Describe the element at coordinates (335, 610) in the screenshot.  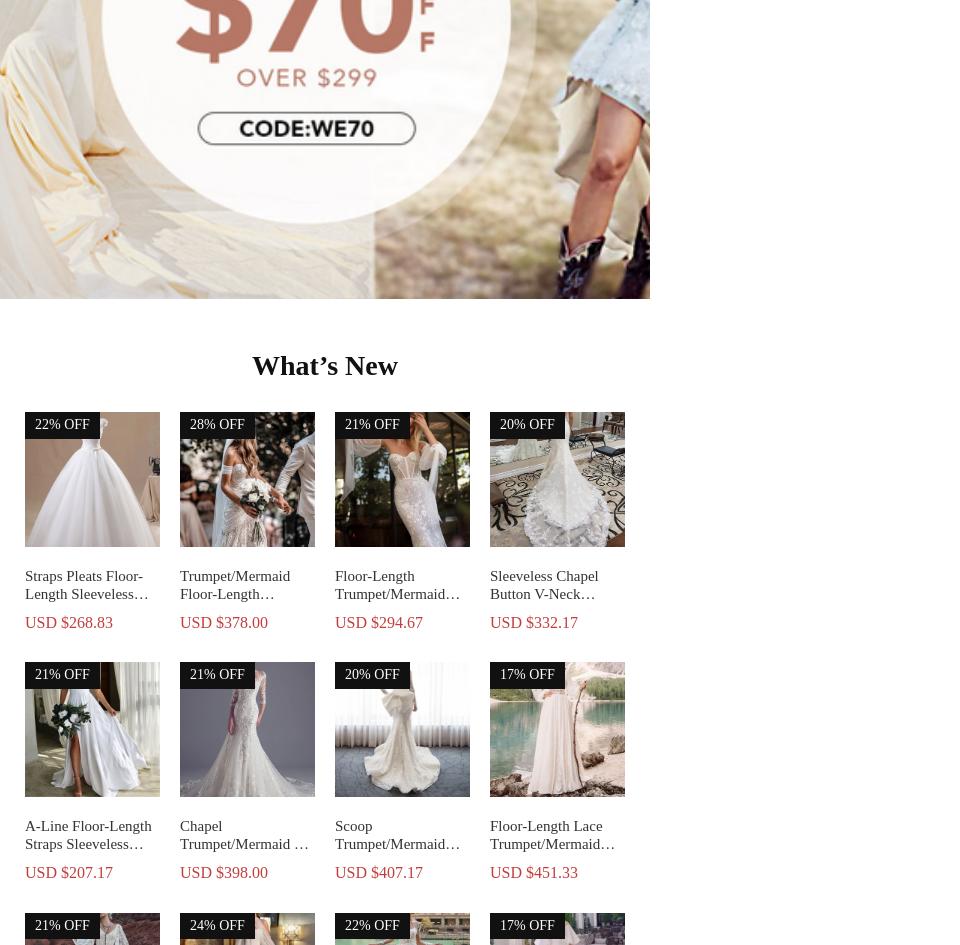
I see `'Floor-Length Trumpet/Mermaid Sweep/Brush Lace Garden/Outdoor Wedding Dress'` at that location.